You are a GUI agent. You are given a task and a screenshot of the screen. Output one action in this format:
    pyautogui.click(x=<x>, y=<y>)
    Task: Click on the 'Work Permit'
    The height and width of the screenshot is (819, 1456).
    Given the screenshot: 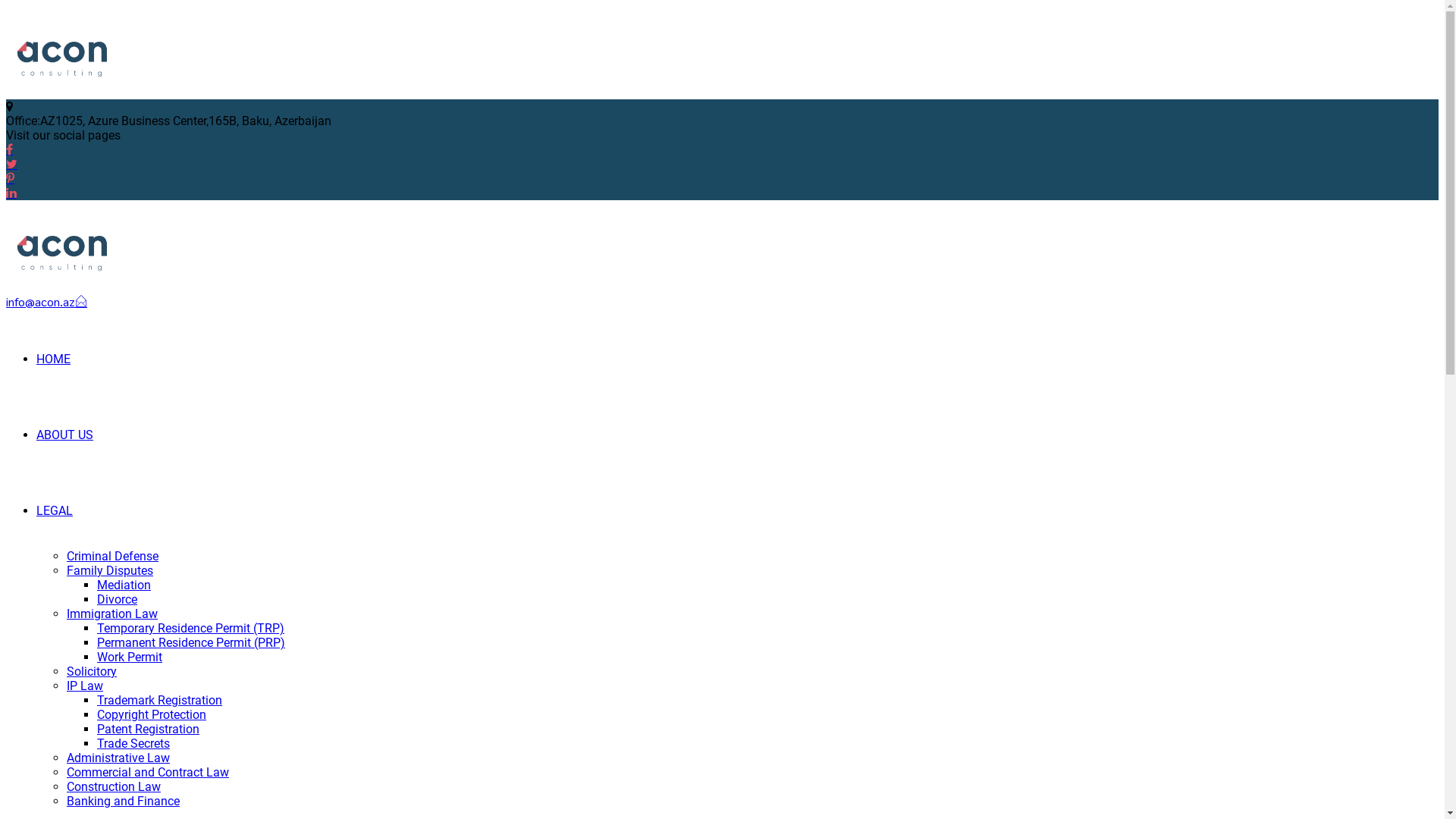 What is the action you would take?
    pyautogui.click(x=130, y=656)
    